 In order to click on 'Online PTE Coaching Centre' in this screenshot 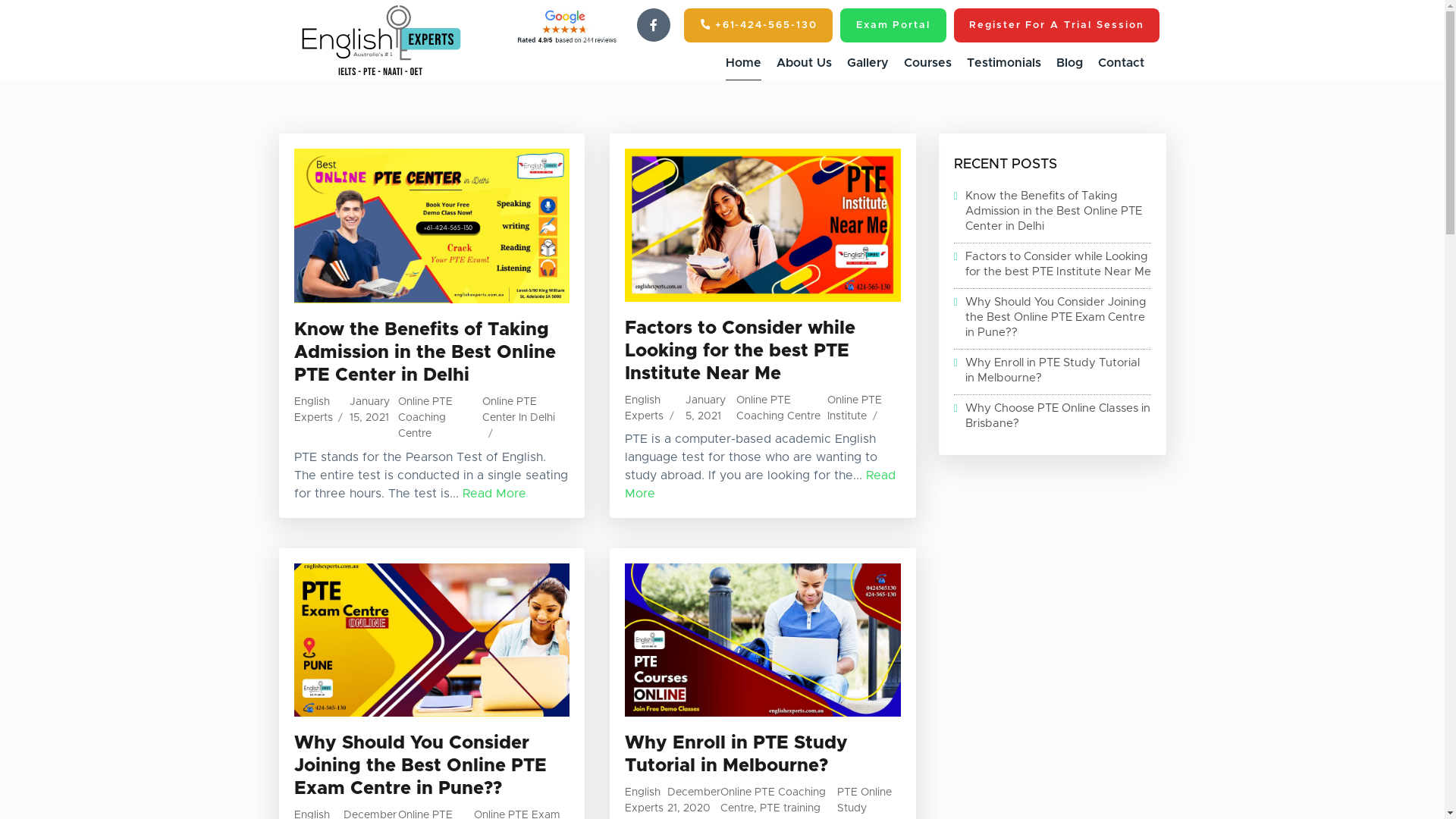, I will do `click(773, 799)`.